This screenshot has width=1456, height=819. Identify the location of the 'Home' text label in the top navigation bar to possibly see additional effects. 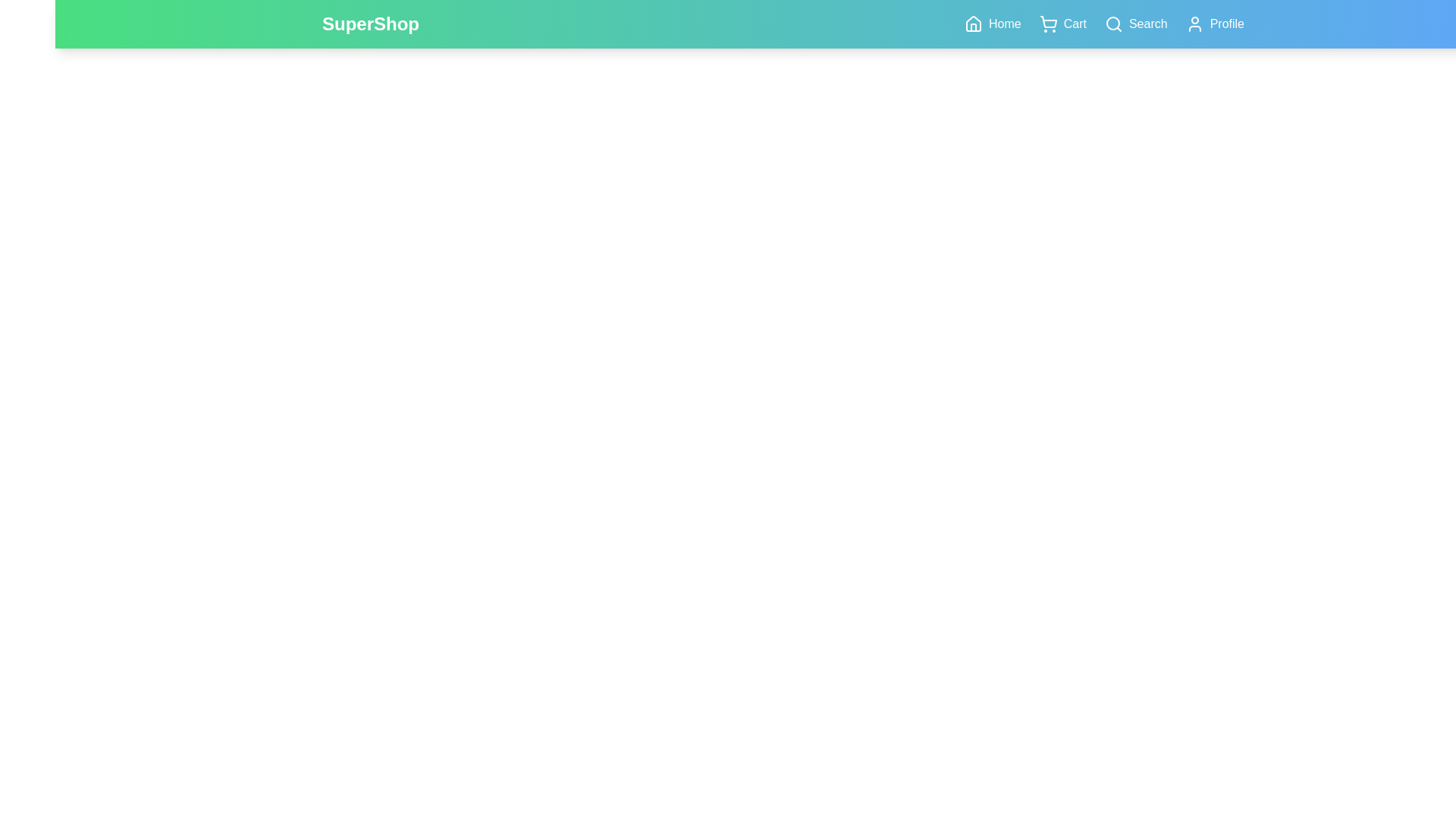
(1005, 24).